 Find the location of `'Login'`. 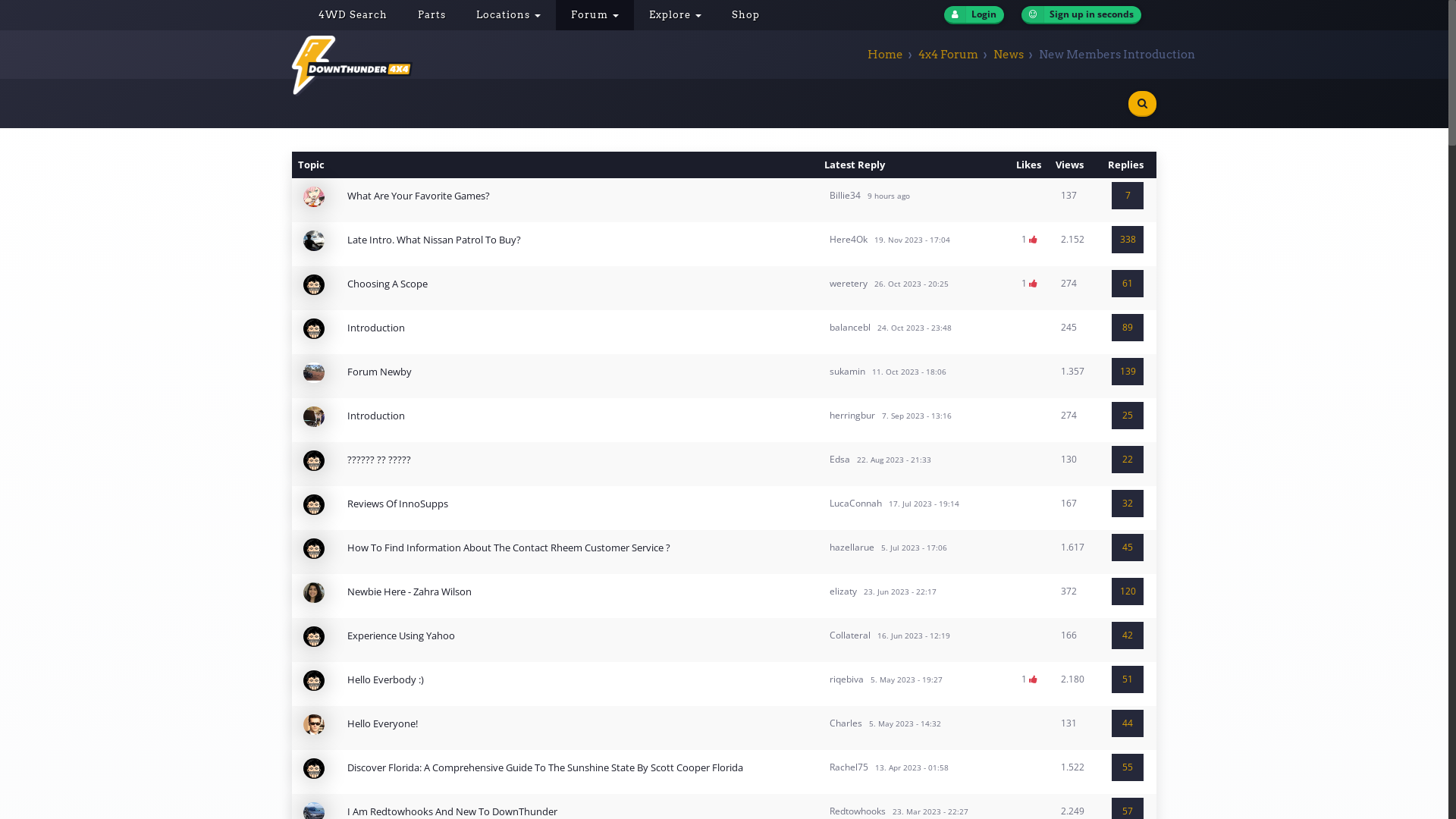

'Login' is located at coordinates (943, 14).